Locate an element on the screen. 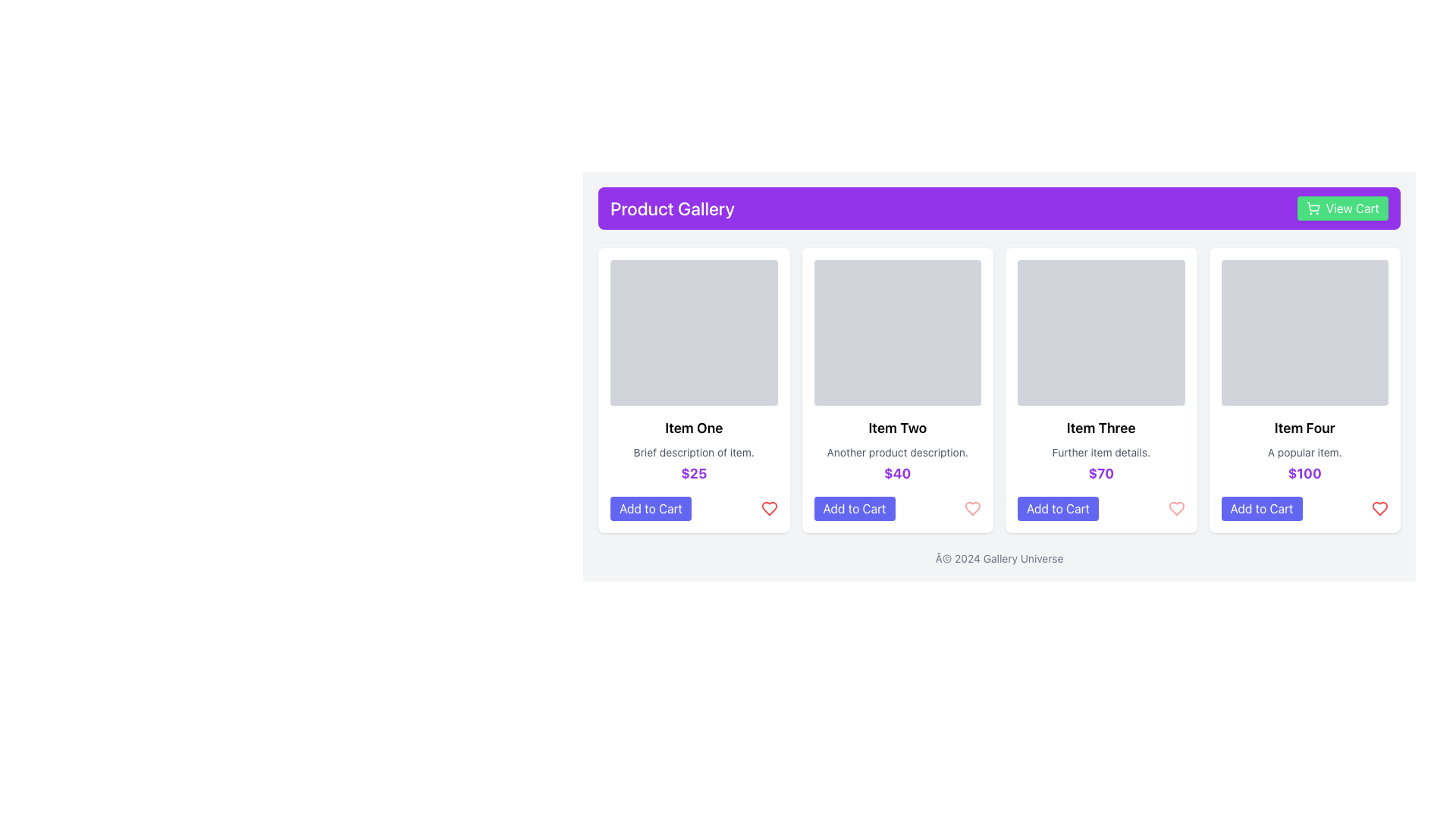 This screenshot has height=819, width=1456. the Image Placeholder located at the top of the card for 'Item One', which serves as a product image holder is located at coordinates (693, 332).